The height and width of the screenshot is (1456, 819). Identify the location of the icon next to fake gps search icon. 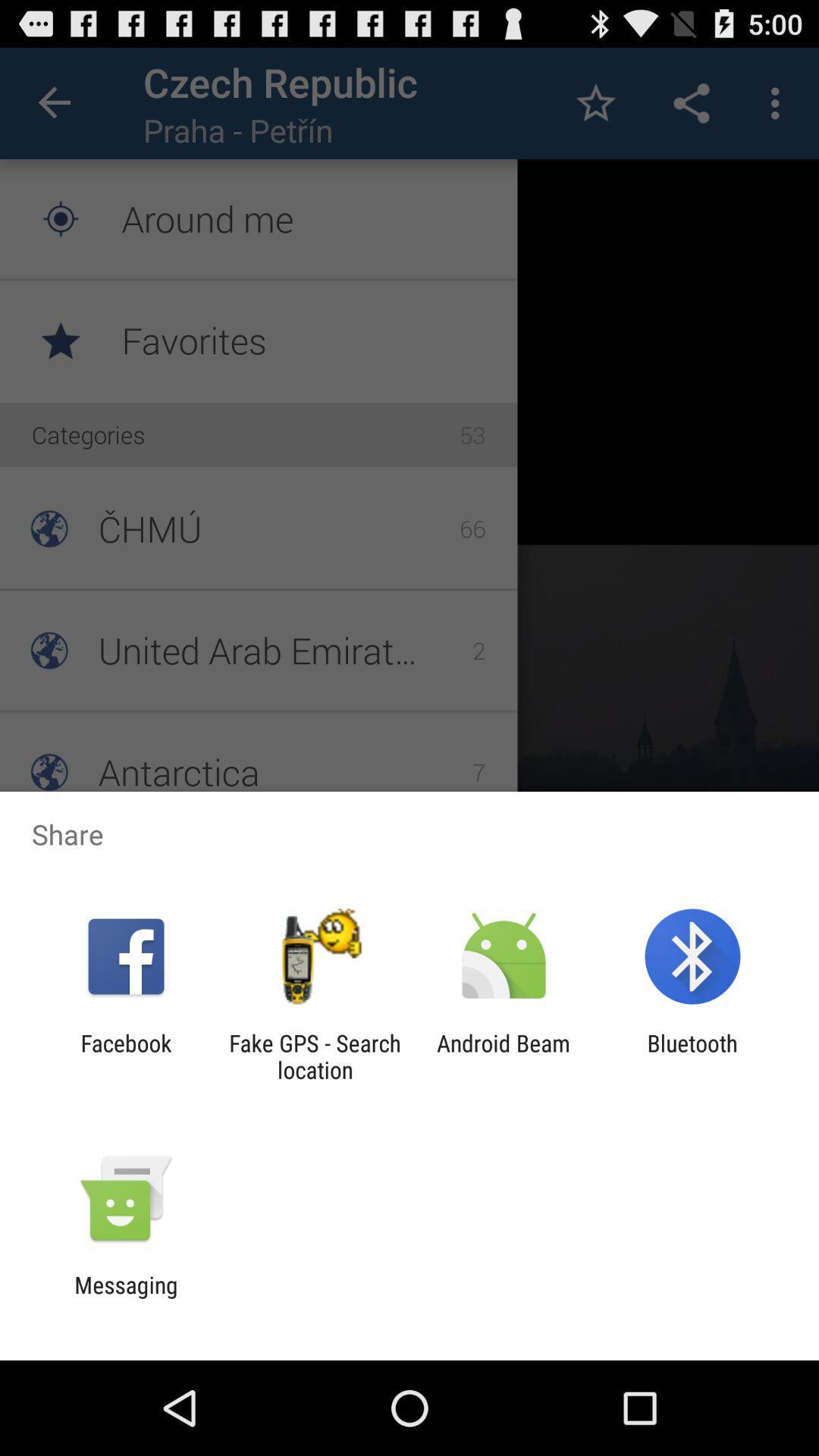
(504, 1056).